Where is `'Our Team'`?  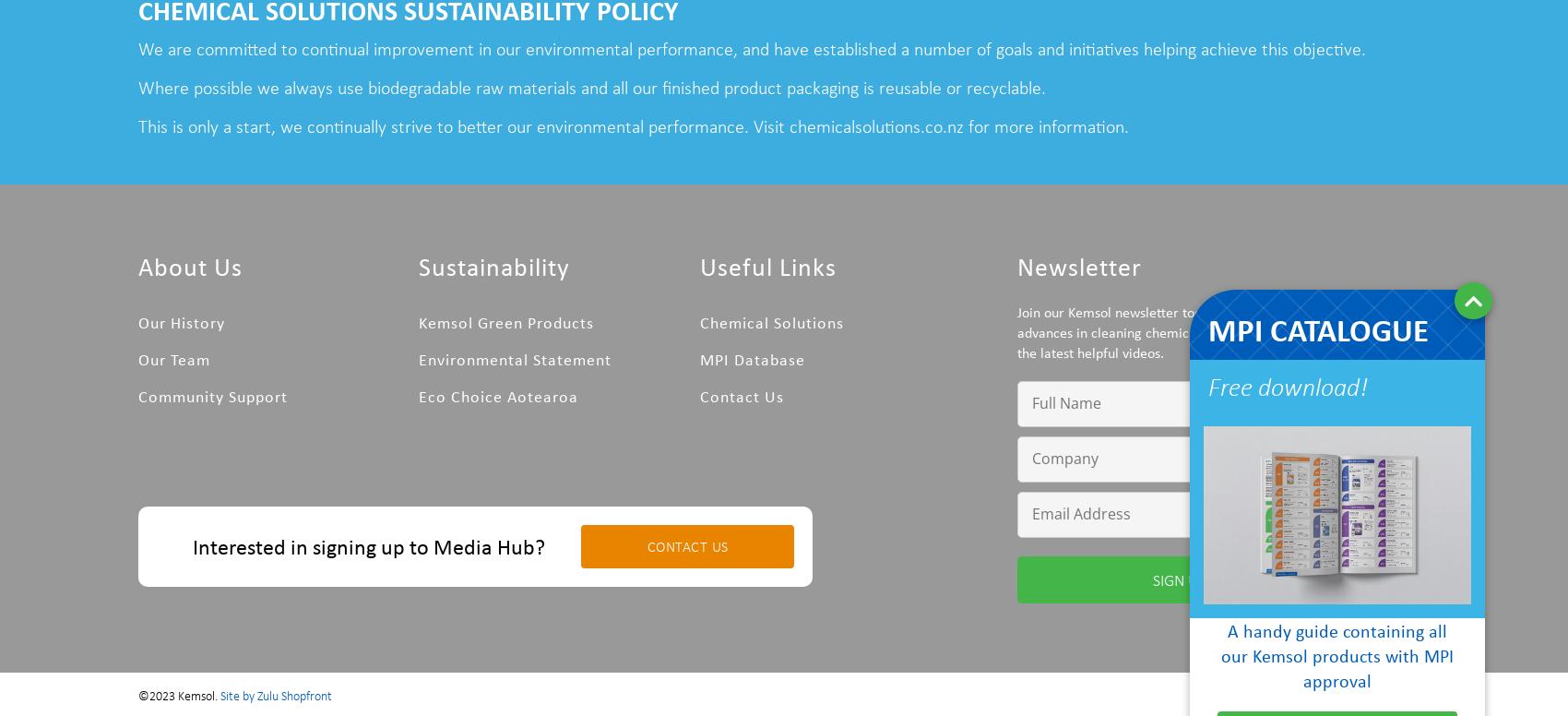 'Our Team' is located at coordinates (173, 358).